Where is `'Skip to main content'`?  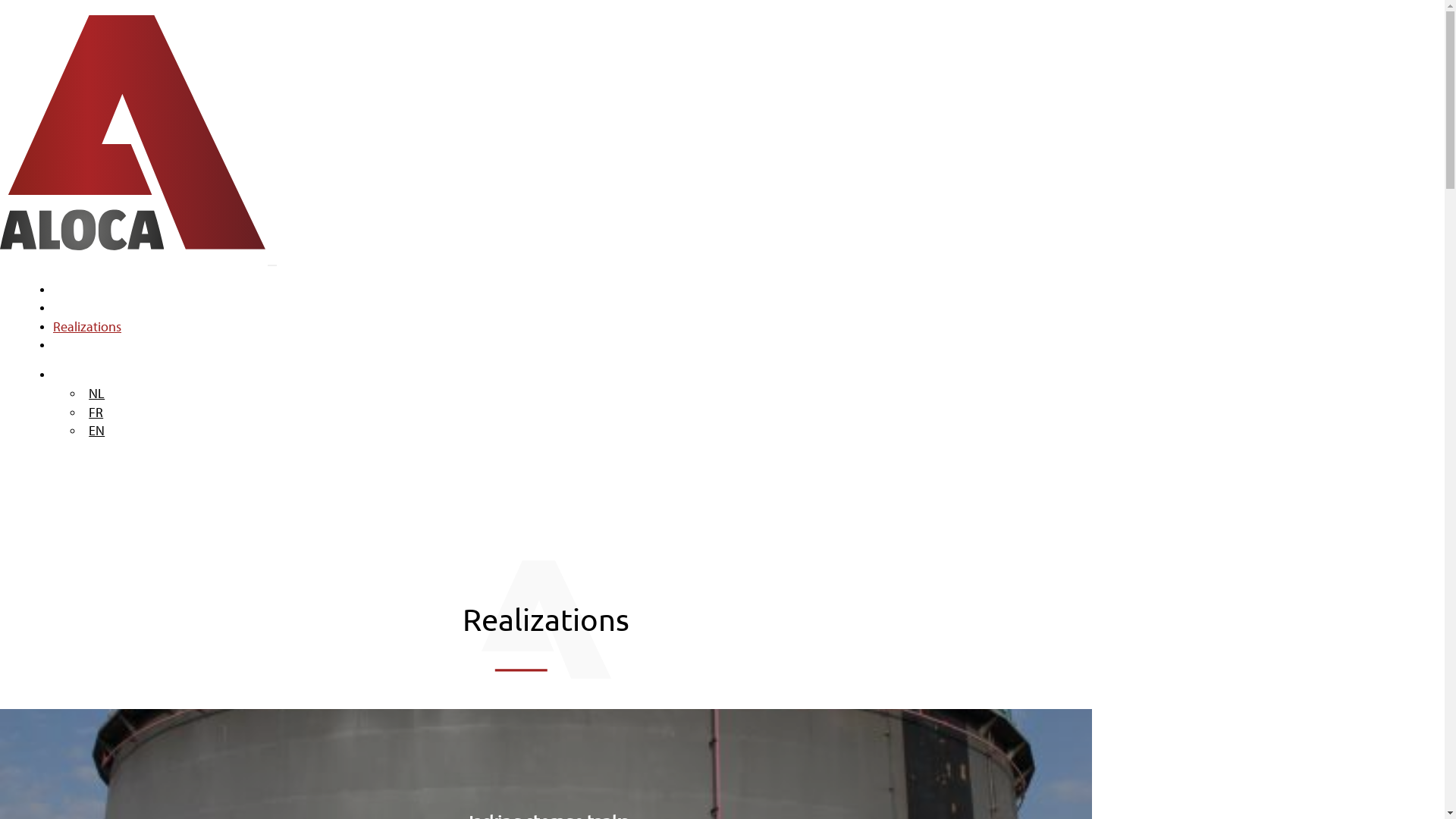
'Skip to main content' is located at coordinates (0, 0).